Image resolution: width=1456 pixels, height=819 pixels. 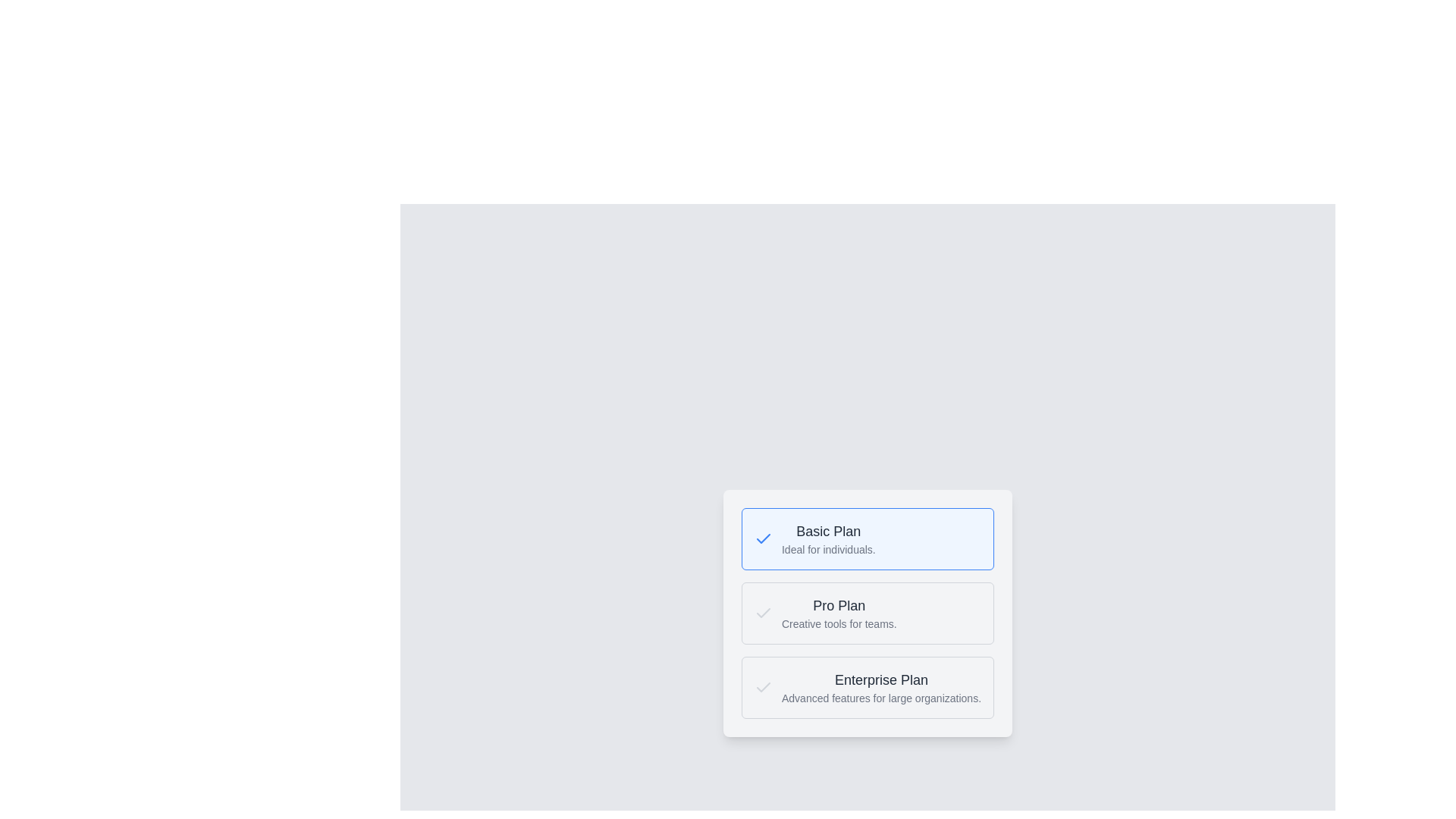 What do you see at coordinates (827, 550) in the screenshot?
I see `descriptive text of the Text Label located directly below the 'Basic Plan' text in the topmost card of the plan options` at bounding box center [827, 550].